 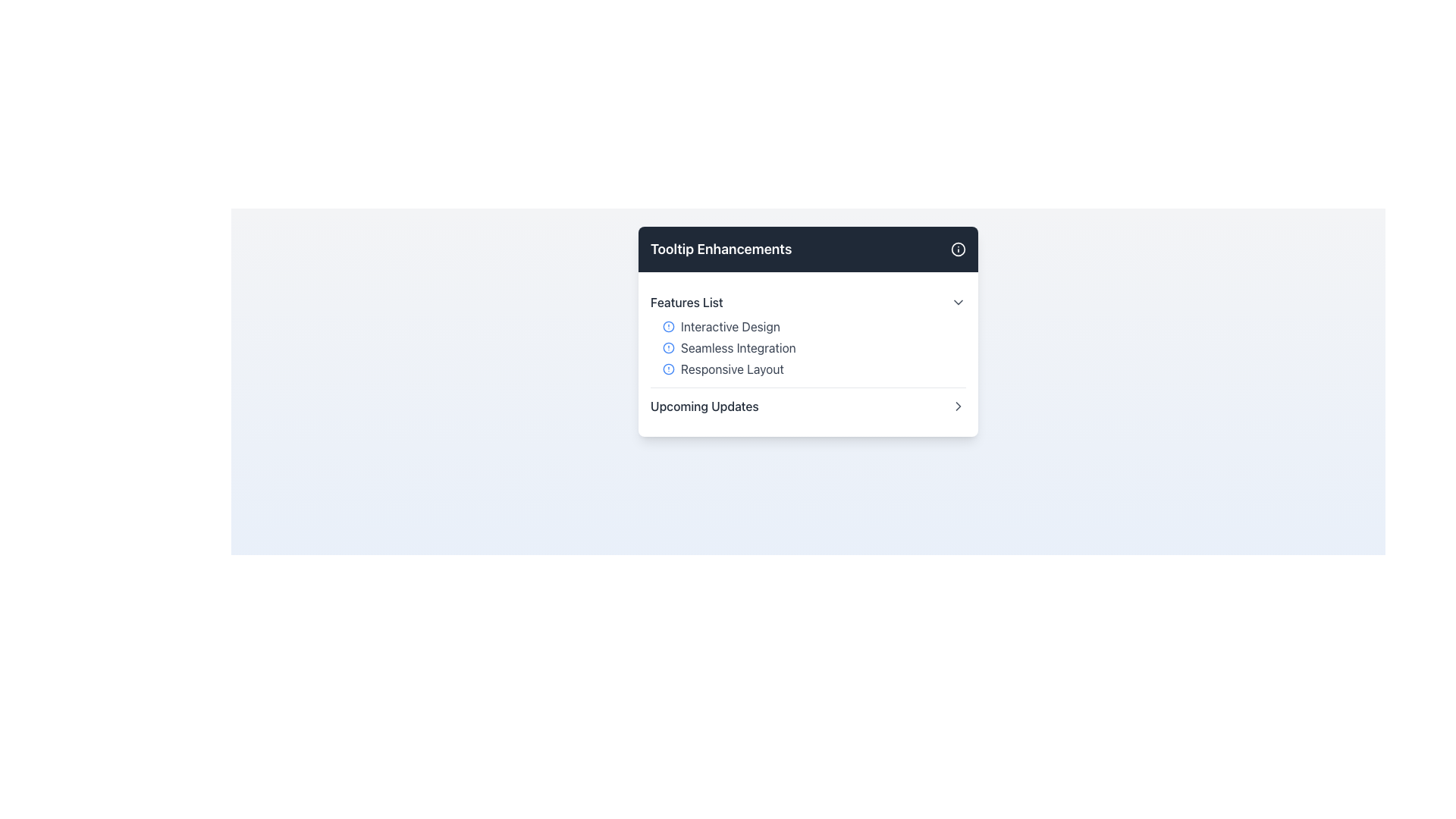 I want to click on the small circular blue icon with a hollow center located next to the text 'Interactive Design' in the 'Features List', so click(x=668, y=326).